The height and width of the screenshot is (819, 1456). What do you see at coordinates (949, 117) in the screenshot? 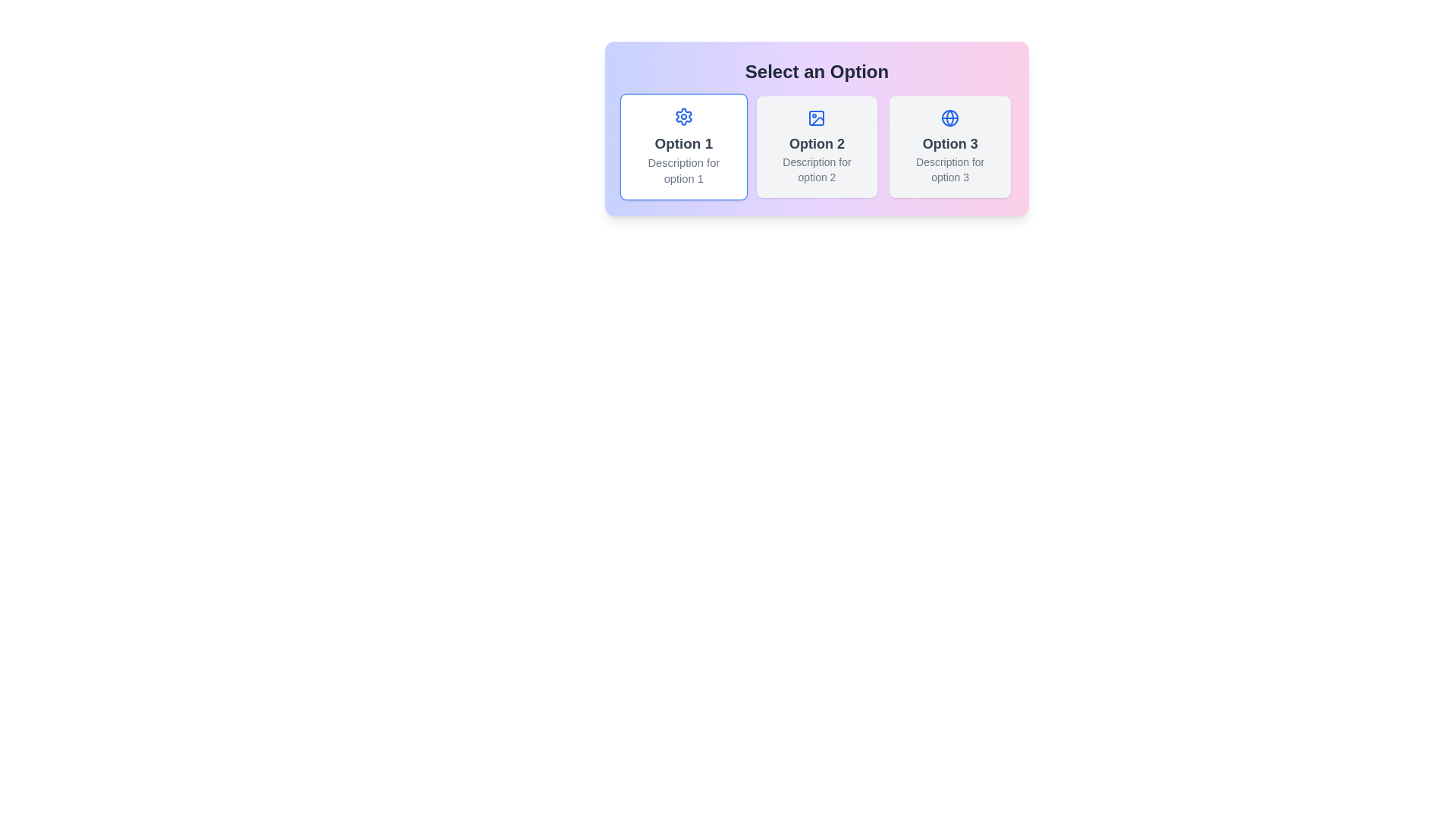
I see `the circular outline icon representing a globe in the third selectable option of the menu` at bounding box center [949, 117].